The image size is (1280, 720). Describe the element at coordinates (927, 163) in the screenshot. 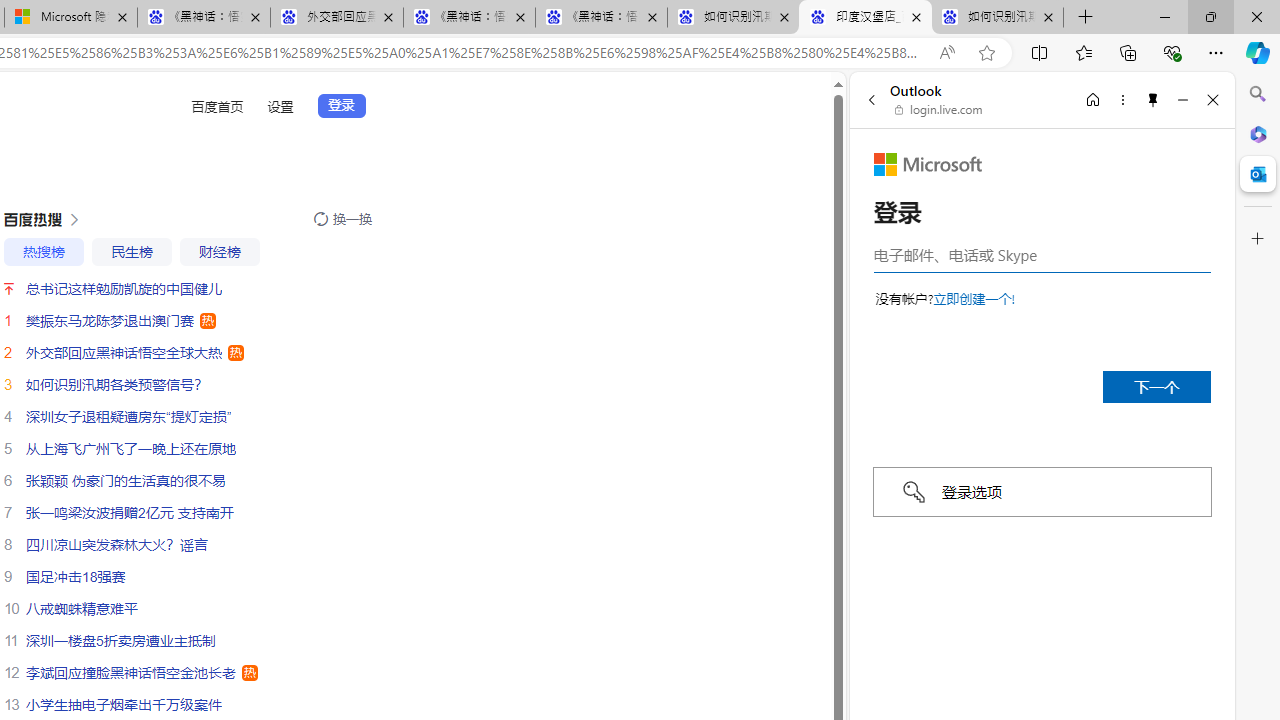

I see `'Microsoft'` at that location.